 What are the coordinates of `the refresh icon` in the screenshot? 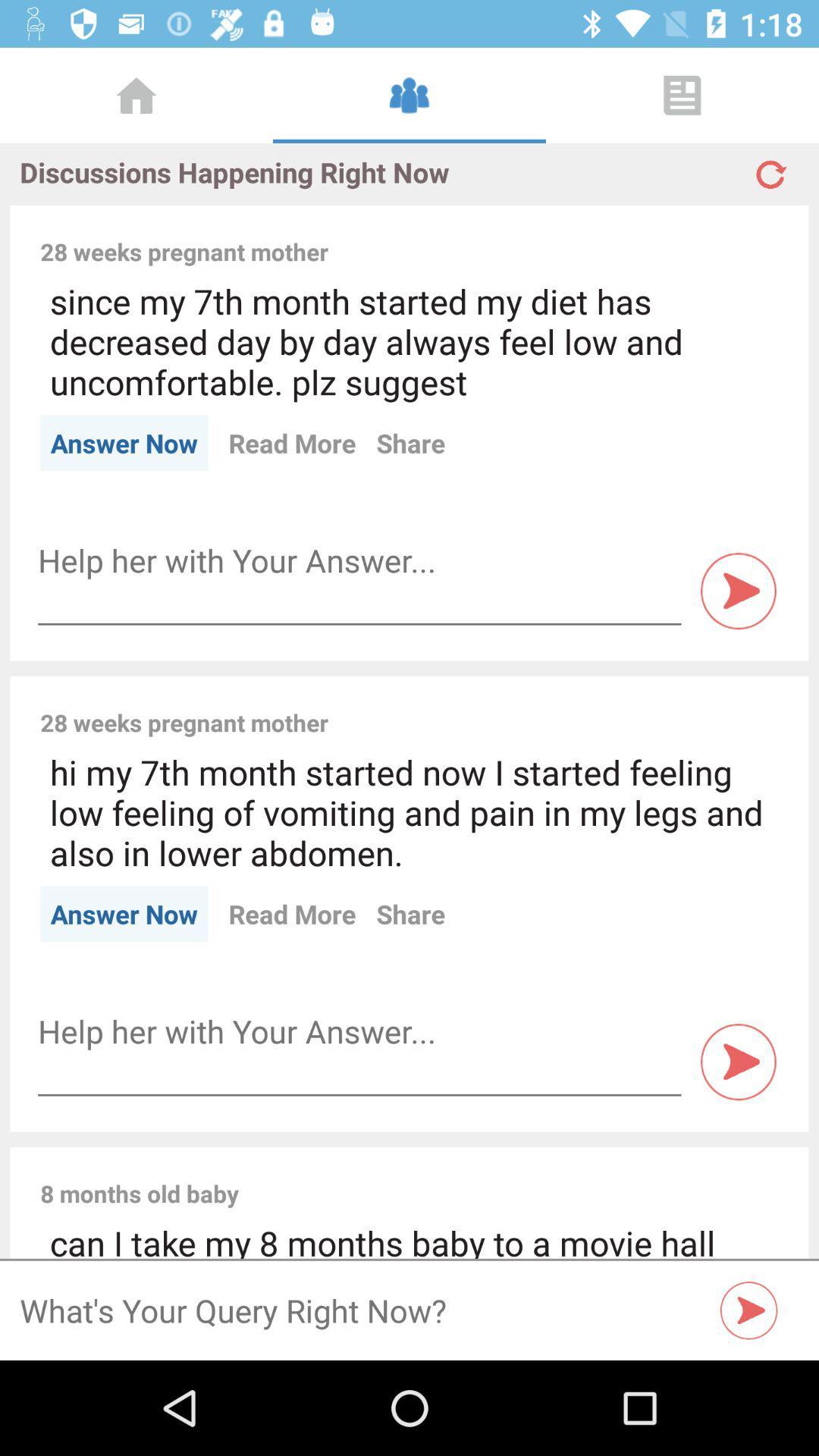 It's located at (769, 168).